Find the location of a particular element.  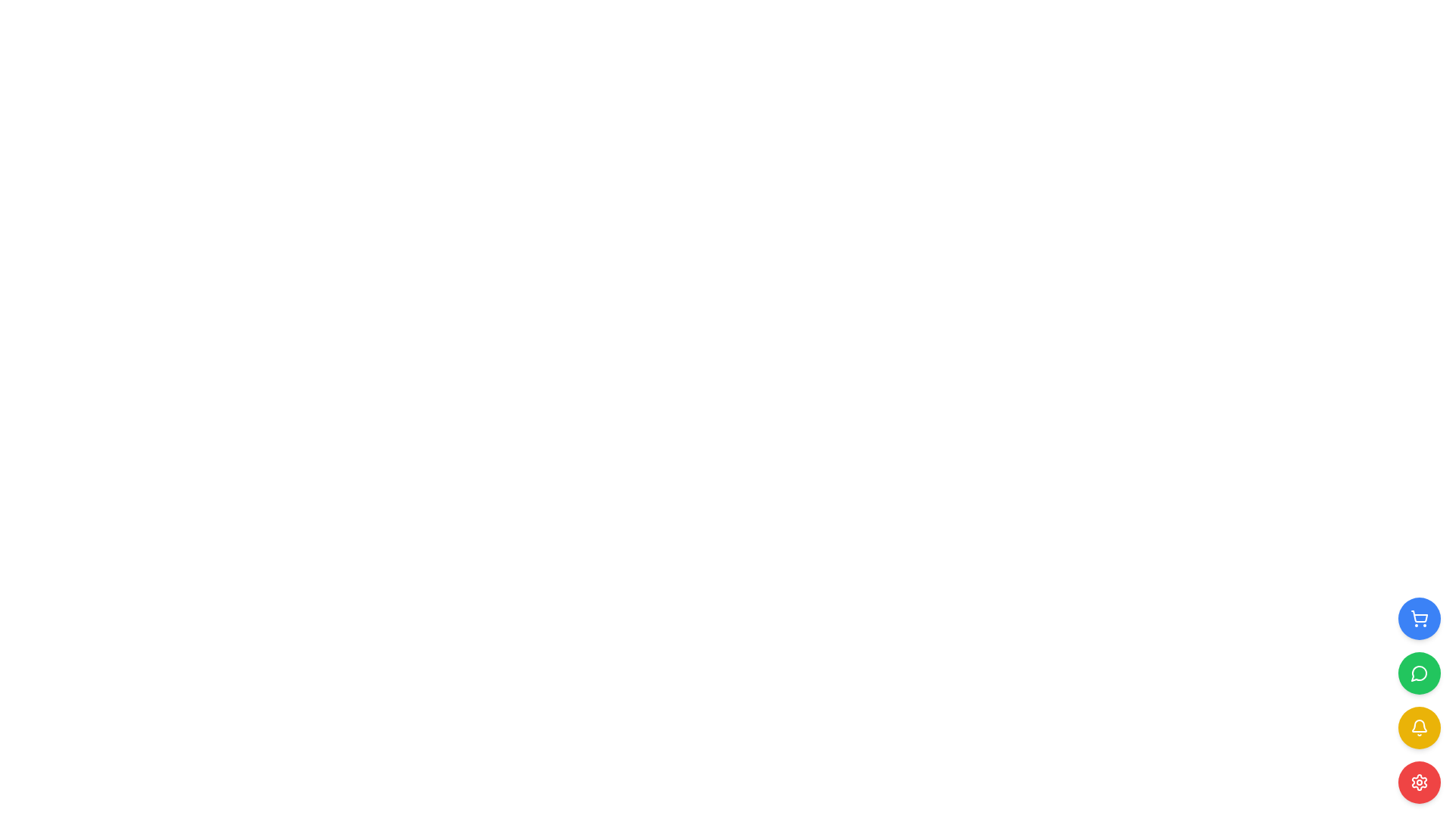

the green circular button containing a white outlined conversation bubble icon in the vertical button menu is located at coordinates (1418, 673).